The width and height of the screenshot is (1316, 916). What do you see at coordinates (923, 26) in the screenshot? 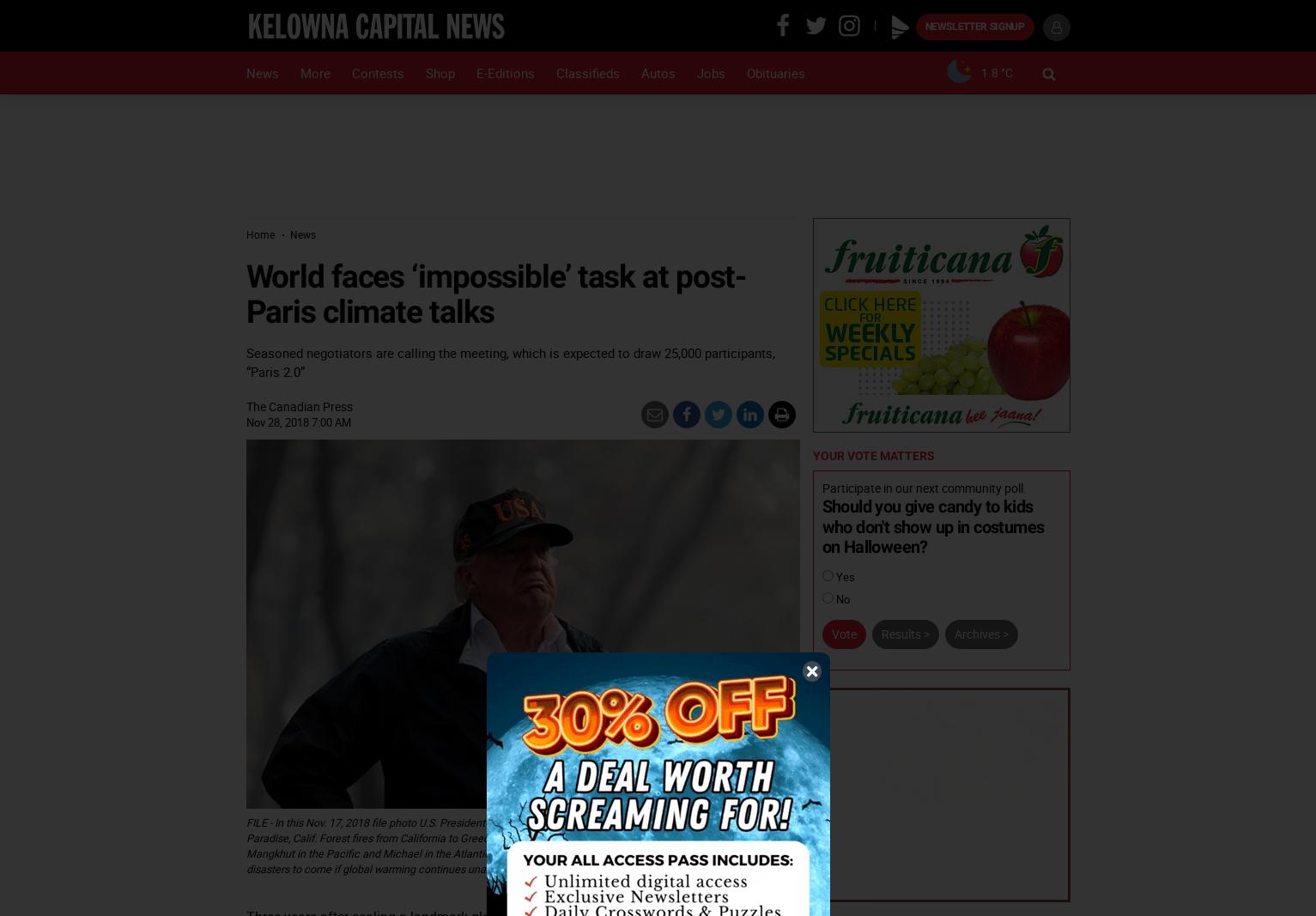
I see `'Newsletter Signup'` at bounding box center [923, 26].